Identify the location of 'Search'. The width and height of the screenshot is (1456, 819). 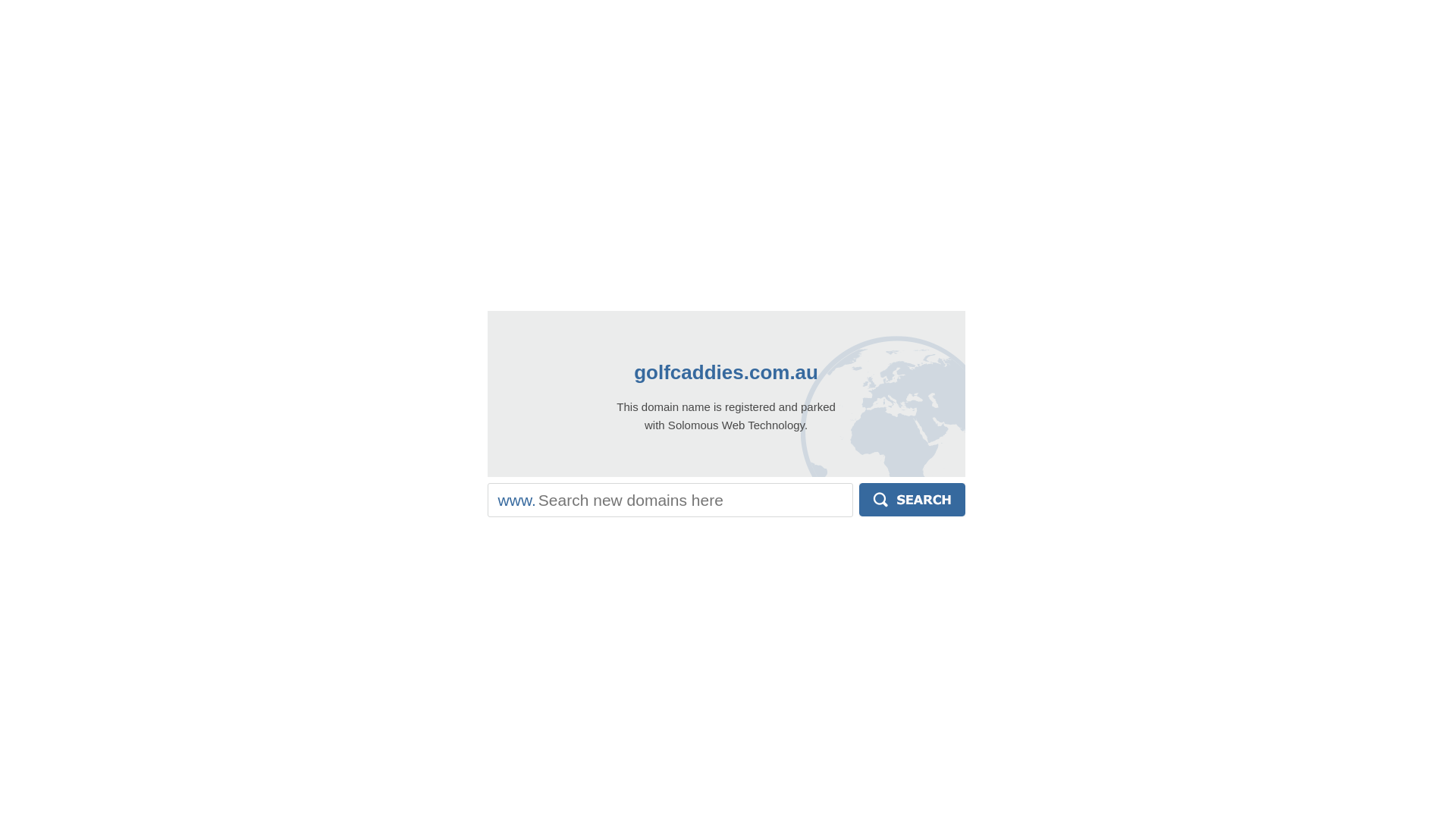
(912, 500).